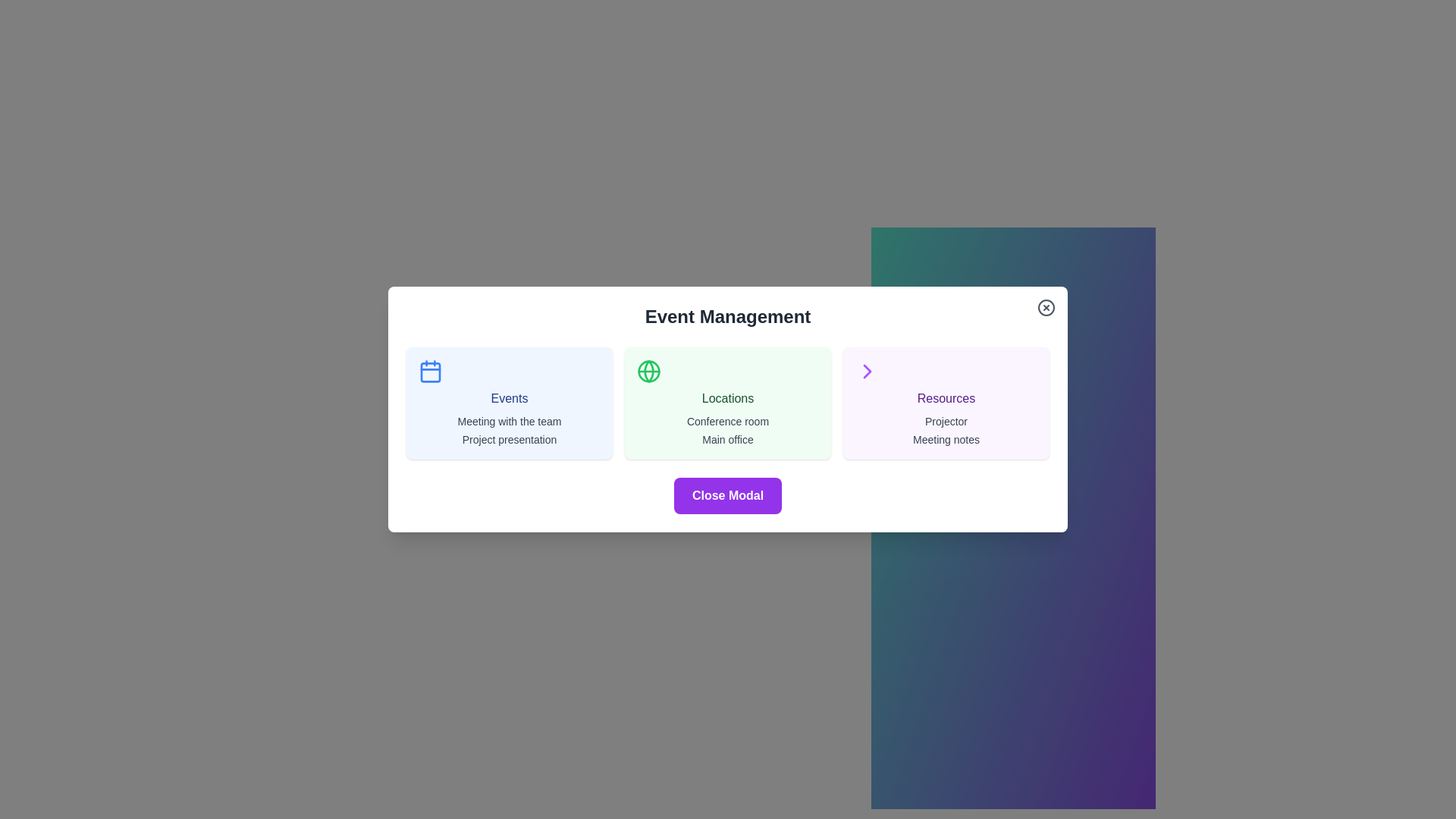 The height and width of the screenshot is (819, 1456). I want to click on text from the informational card displaying categorized information related to 'Resources,' specifically listing 'Projector' and 'Meeting notes.' This card is located in the 3-column grid layout under the 'Event Management' heading, being the third card in the grid, so click(946, 403).